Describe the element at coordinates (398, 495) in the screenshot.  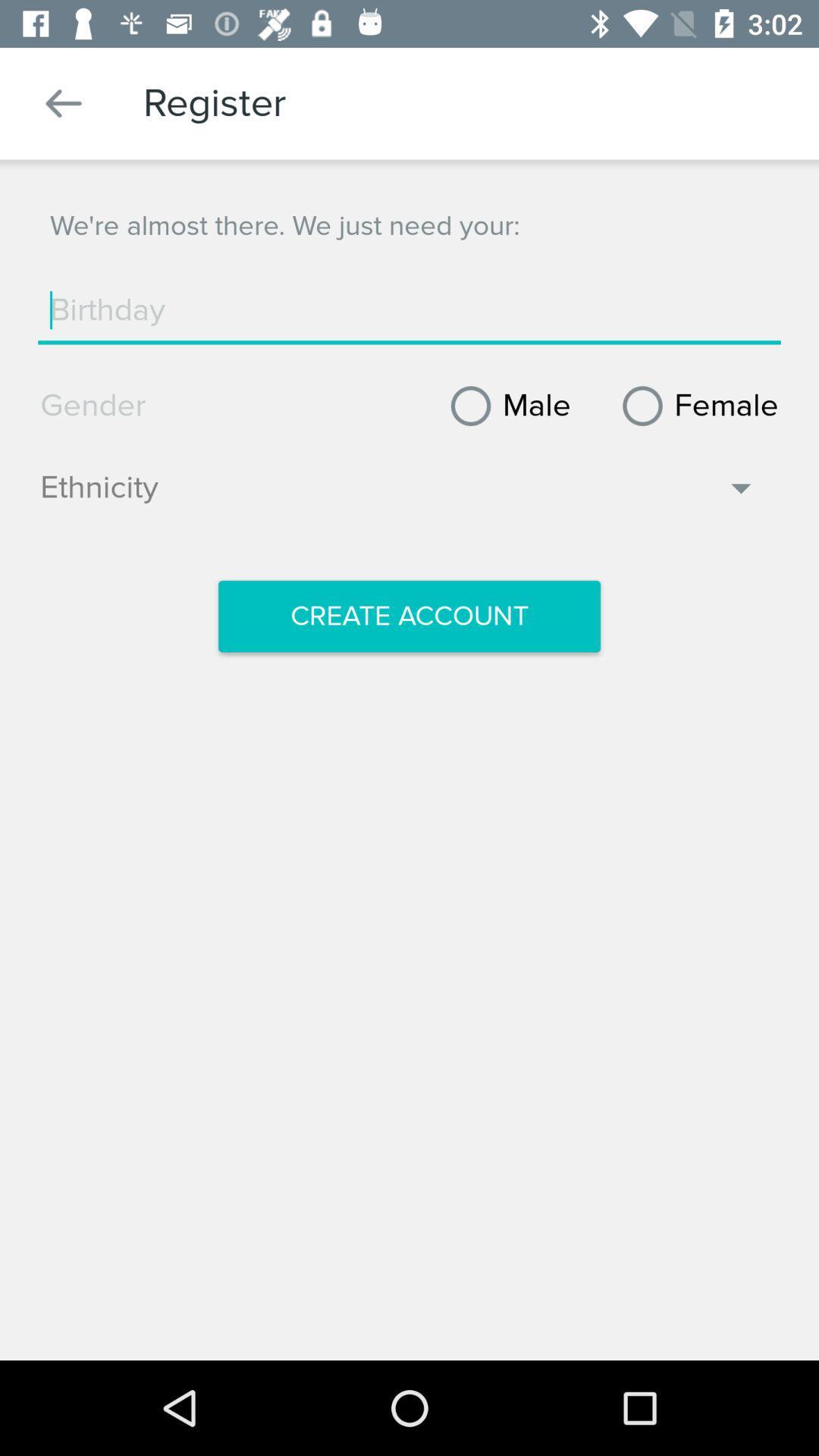
I see `ethnicity option` at that location.